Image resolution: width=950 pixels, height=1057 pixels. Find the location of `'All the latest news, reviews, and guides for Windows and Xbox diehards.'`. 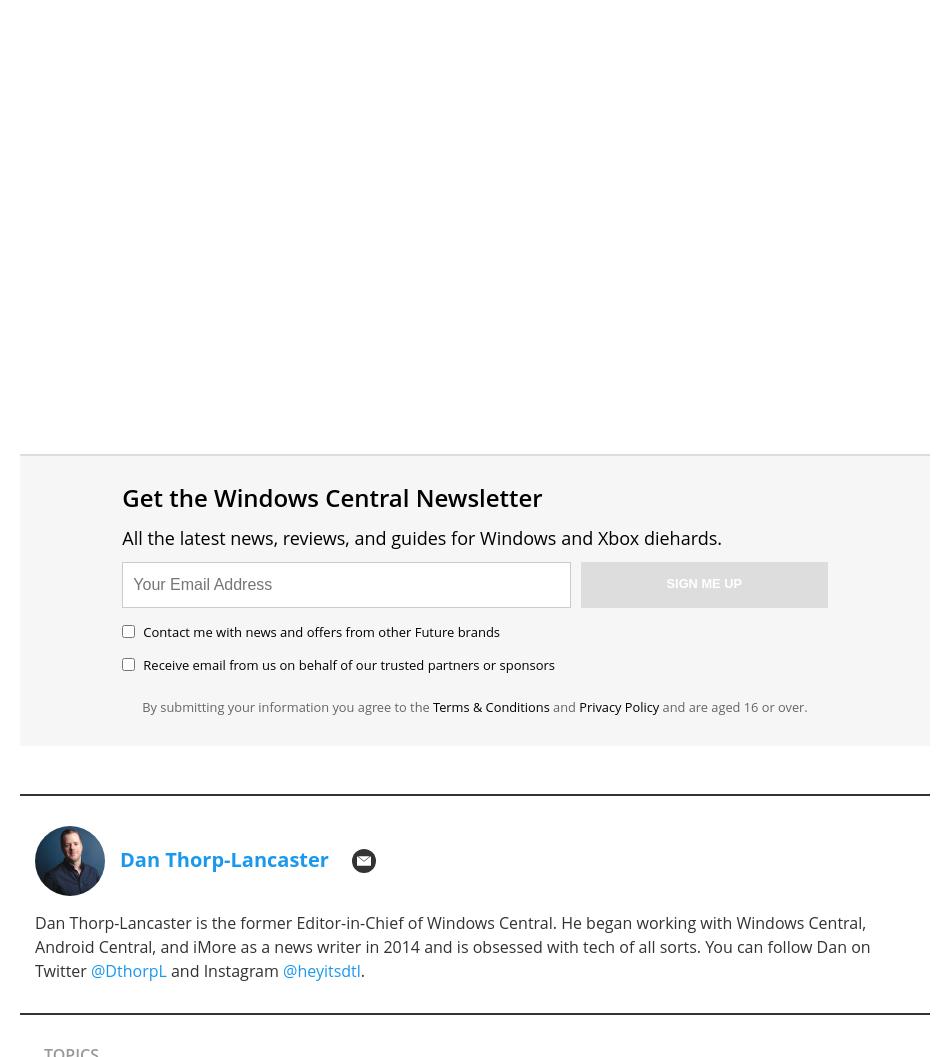

'All the latest news, reviews, and guides for Windows and Xbox diehards.' is located at coordinates (121, 535).